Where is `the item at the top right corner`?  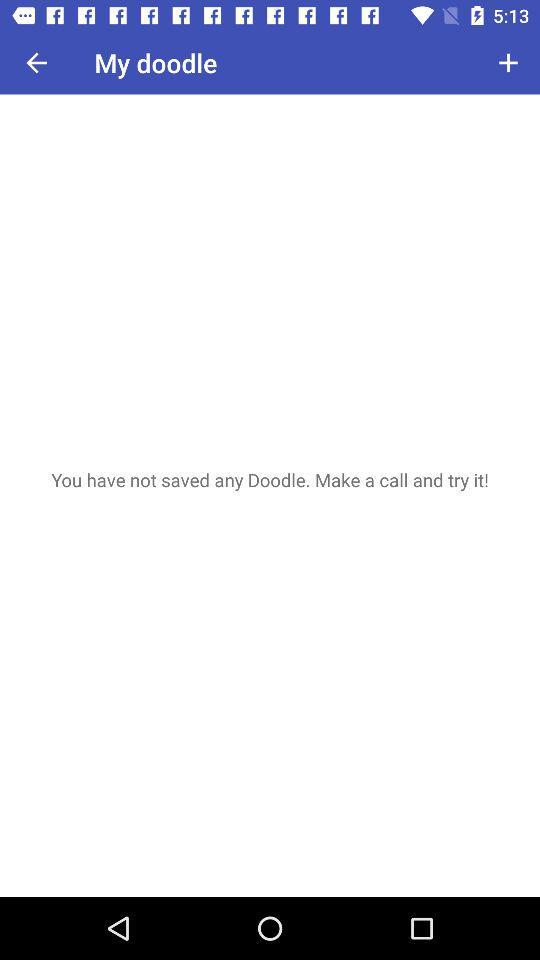
the item at the top right corner is located at coordinates (508, 62).